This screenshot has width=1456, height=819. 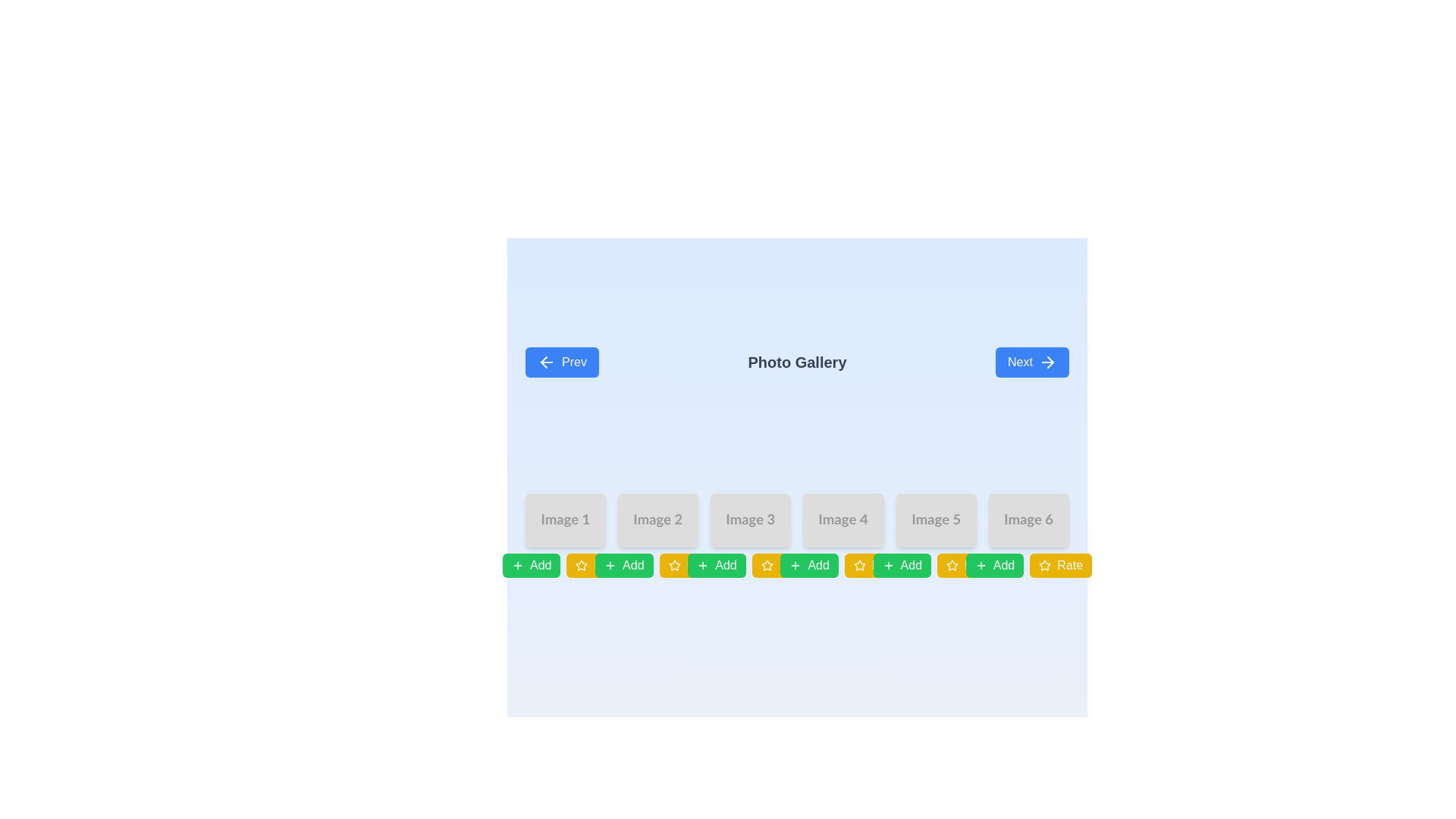 What do you see at coordinates (1004, 565) in the screenshot?
I see `the green rounded rectangular 'Add' button labeled 'Add' located in the toolbar beneath image thumbnails` at bounding box center [1004, 565].